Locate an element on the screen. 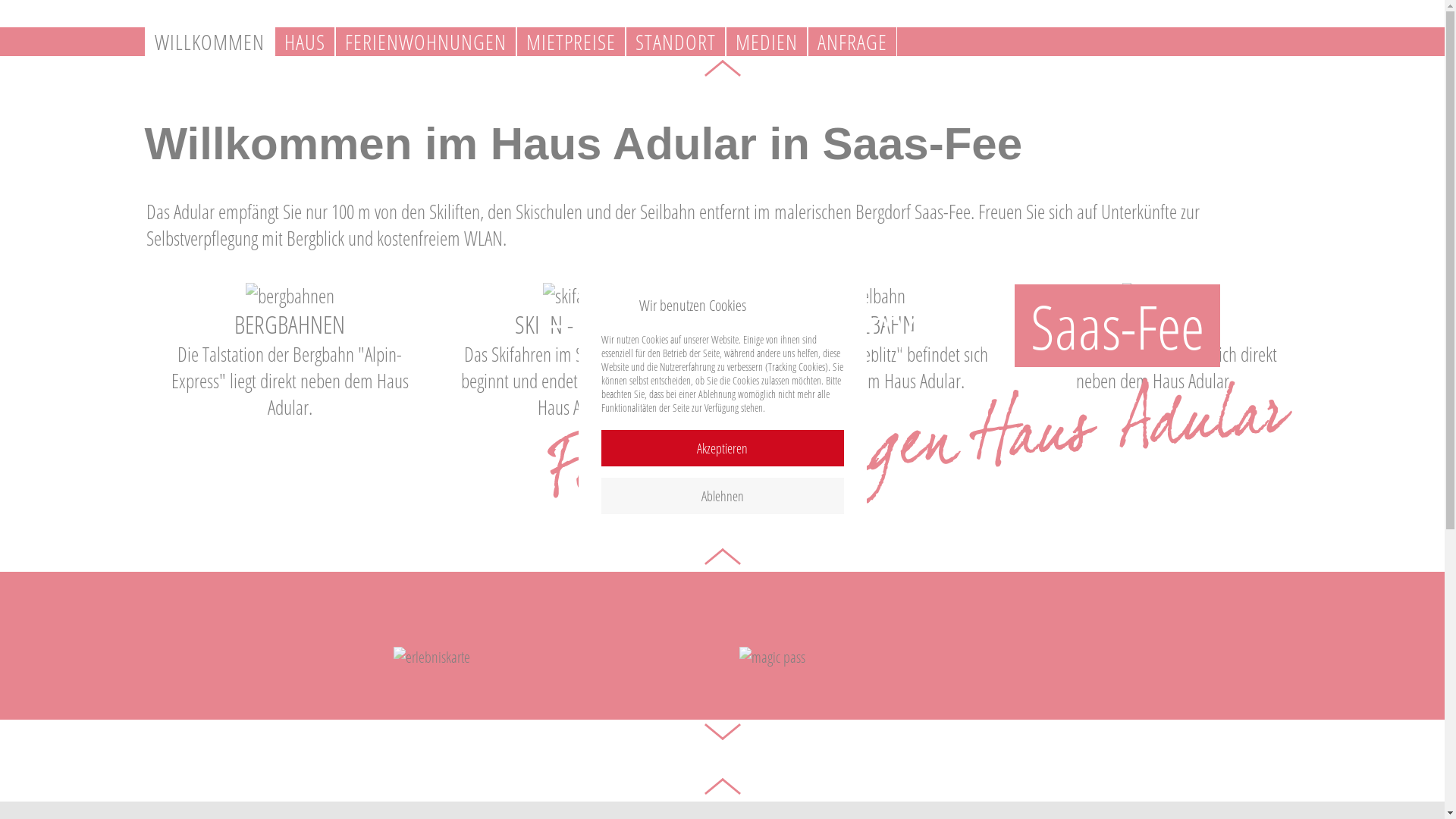 The height and width of the screenshot is (819, 1456). 'FERIENWOHNUNGEN' is located at coordinates (425, 40).